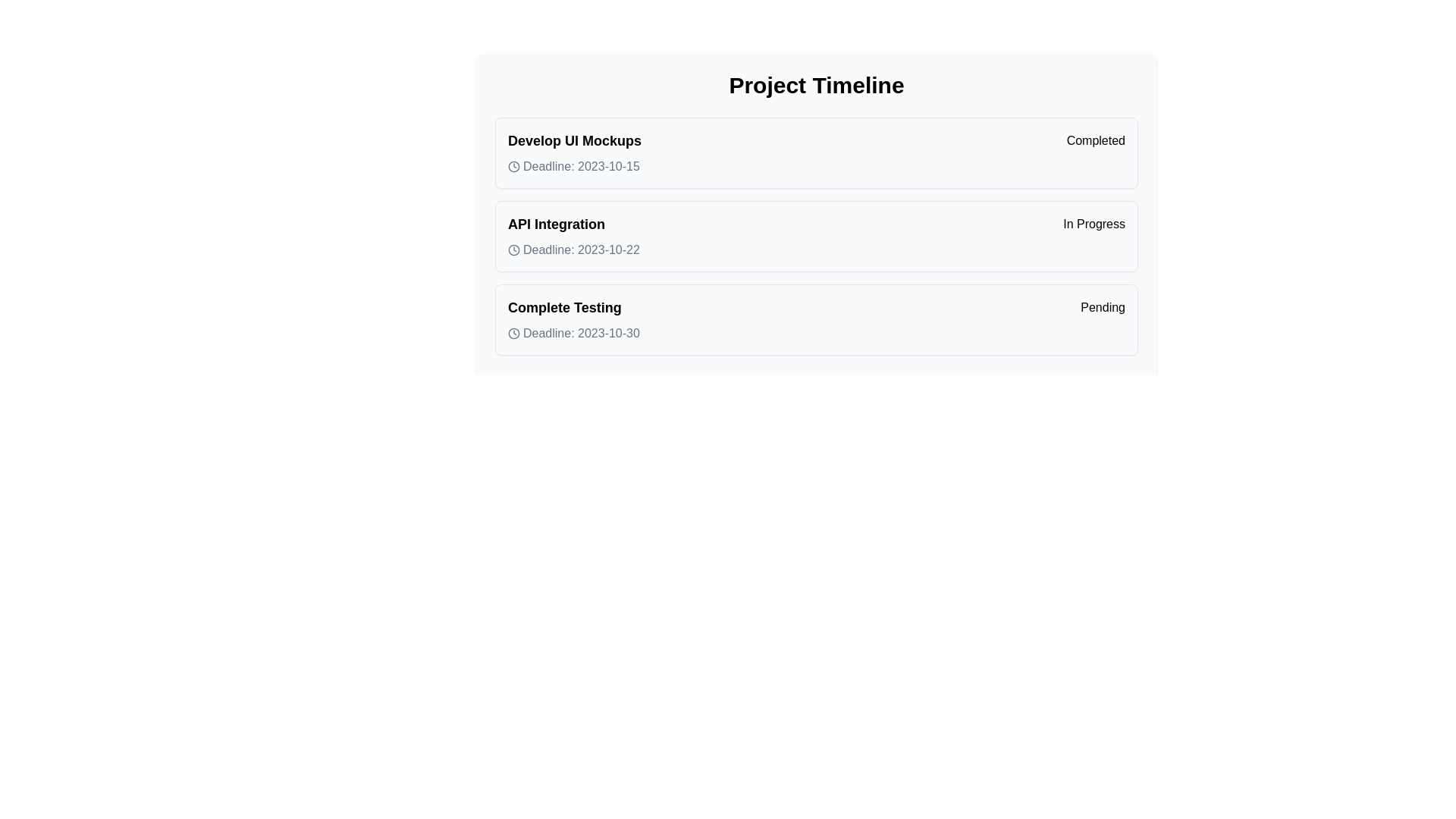 The image size is (1456, 819). What do you see at coordinates (573, 249) in the screenshot?
I see `deadline information displayed as 'Deadline: 2023-10-22' within the API Integration section, which features a clock icon` at bounding box center [573, 249].